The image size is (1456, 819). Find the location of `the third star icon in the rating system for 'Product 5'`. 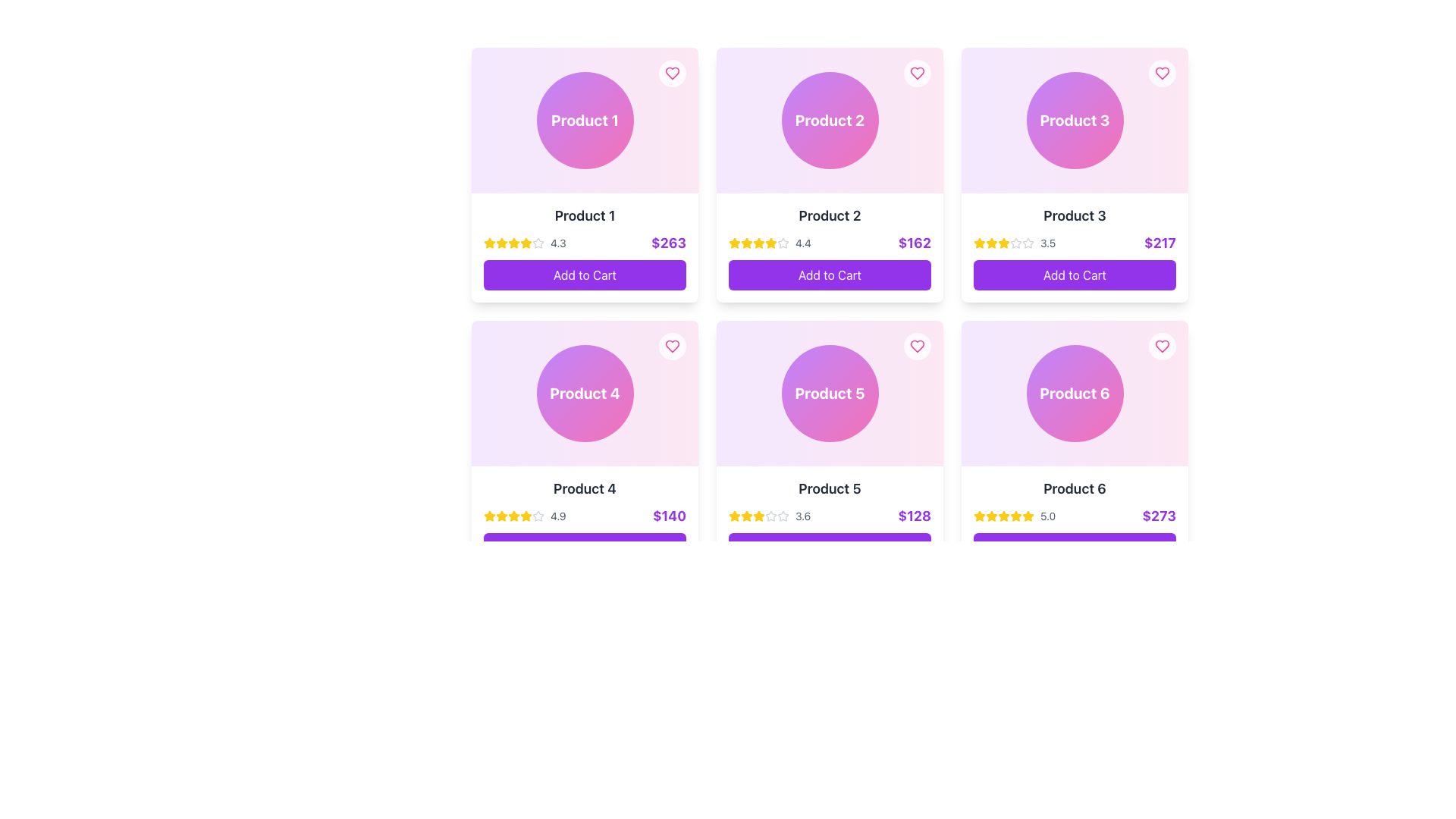

the third star icon in the rating system for 'Product 5' is located at coordinates (735, 515).